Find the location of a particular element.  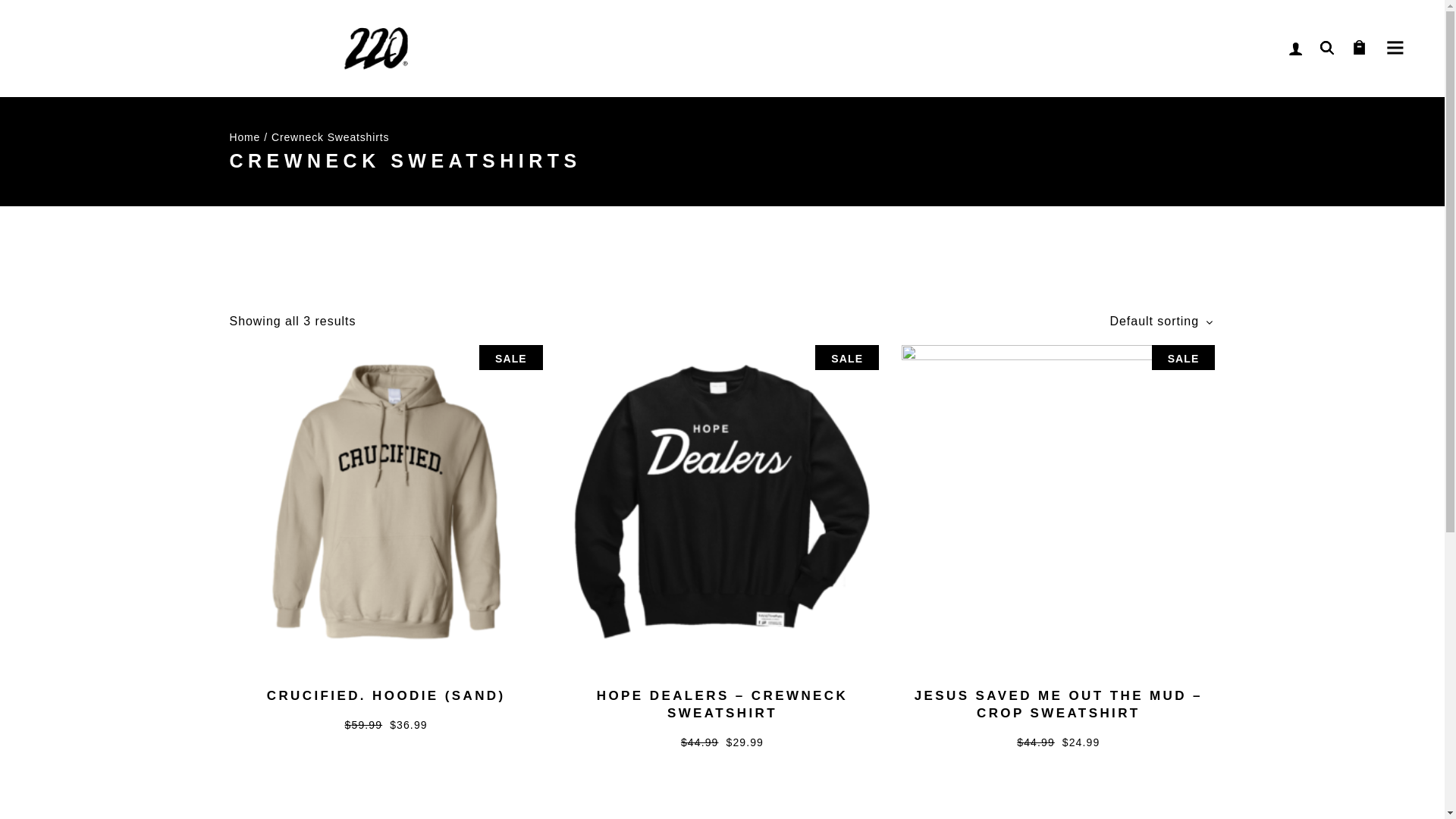

'Home' is located at coordinates (228, 136).